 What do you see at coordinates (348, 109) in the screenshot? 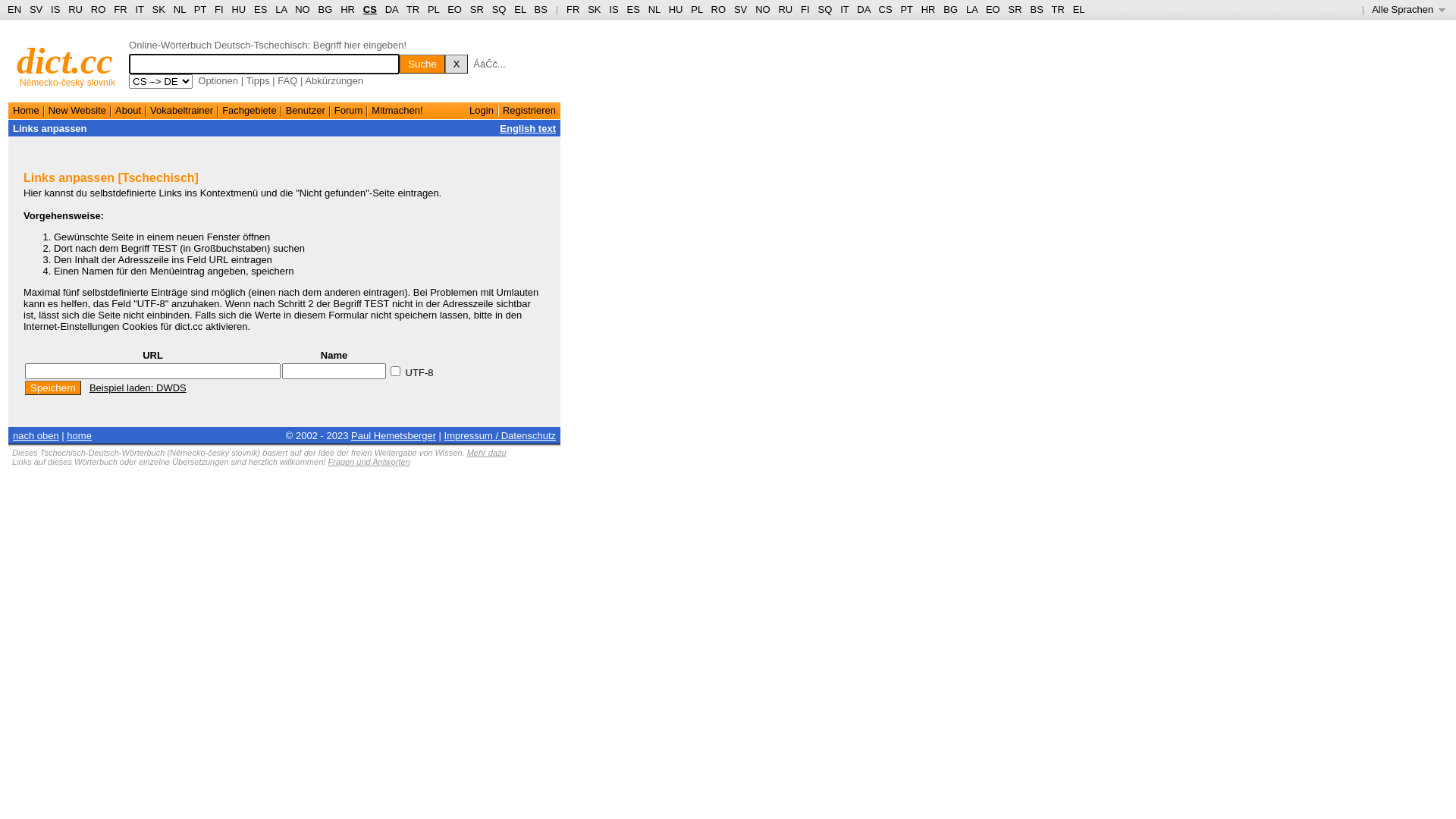
I see `'Forum'` at bounding box center [348, 109].